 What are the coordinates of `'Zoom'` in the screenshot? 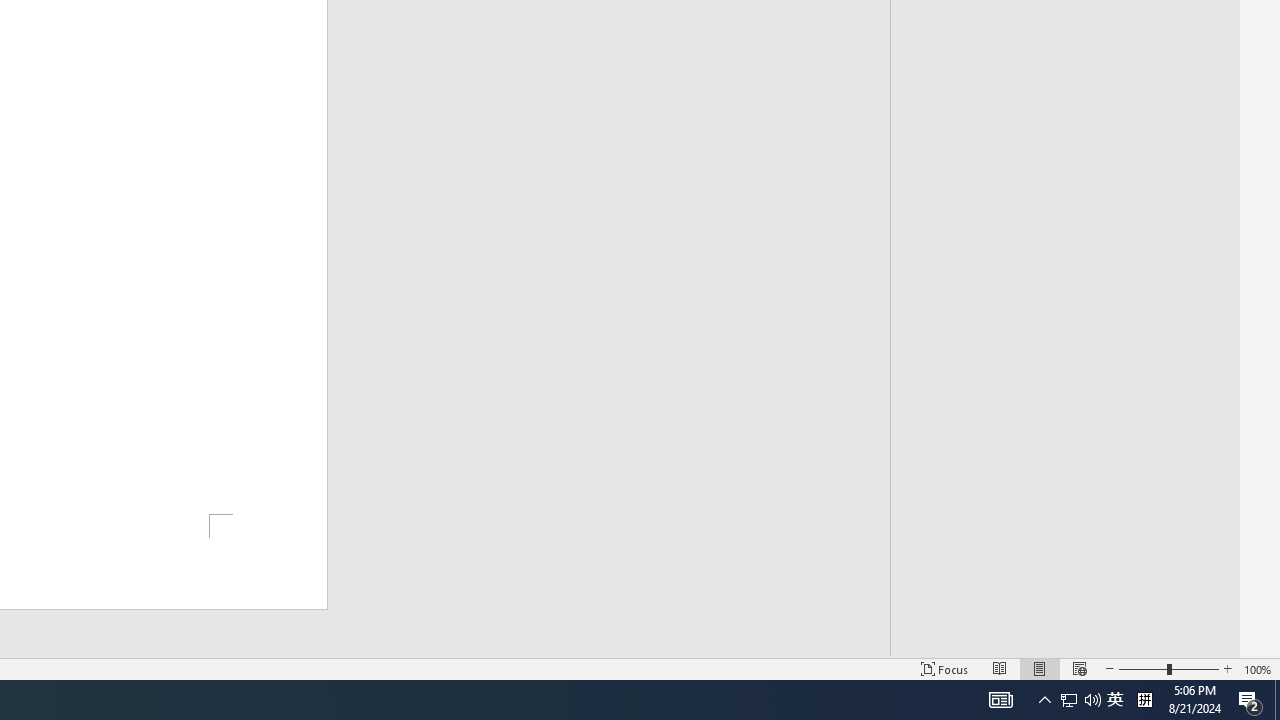 It's located at (1168, 669).